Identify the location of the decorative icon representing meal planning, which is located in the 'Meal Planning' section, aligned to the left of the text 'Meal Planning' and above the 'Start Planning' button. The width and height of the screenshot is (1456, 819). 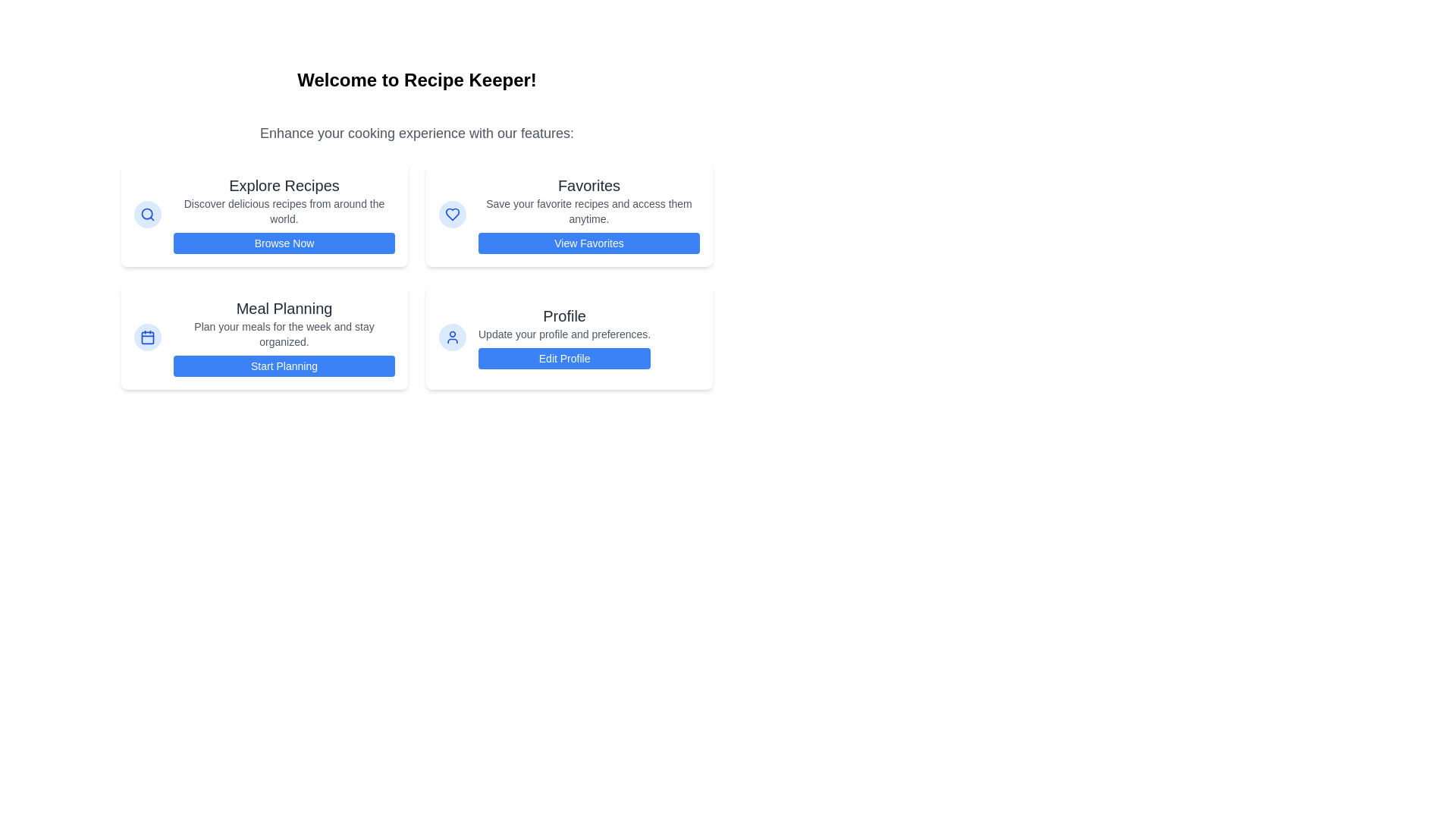
(148, 336).